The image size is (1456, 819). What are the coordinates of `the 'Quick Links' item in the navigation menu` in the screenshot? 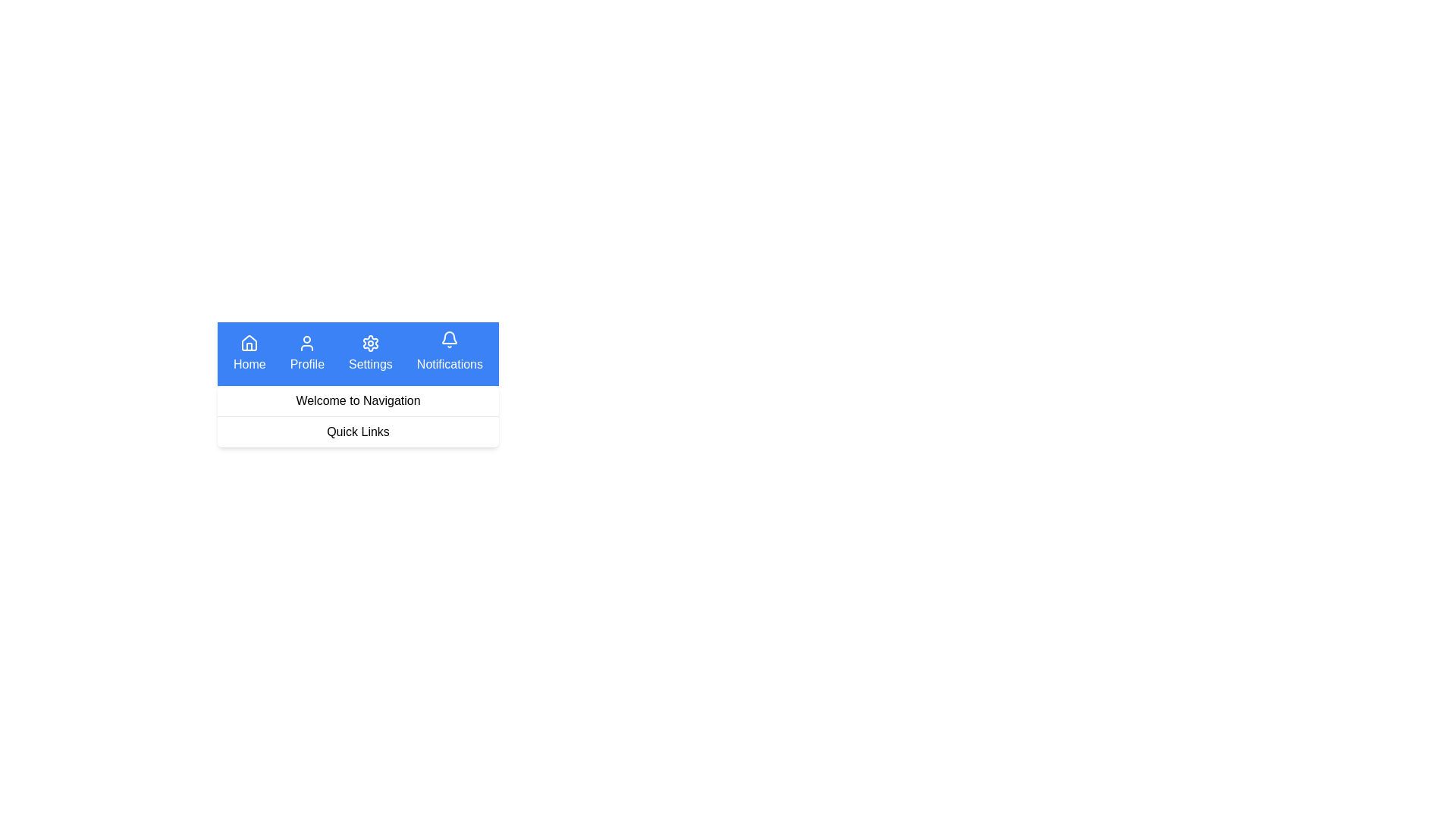 It's located at (357, 432).